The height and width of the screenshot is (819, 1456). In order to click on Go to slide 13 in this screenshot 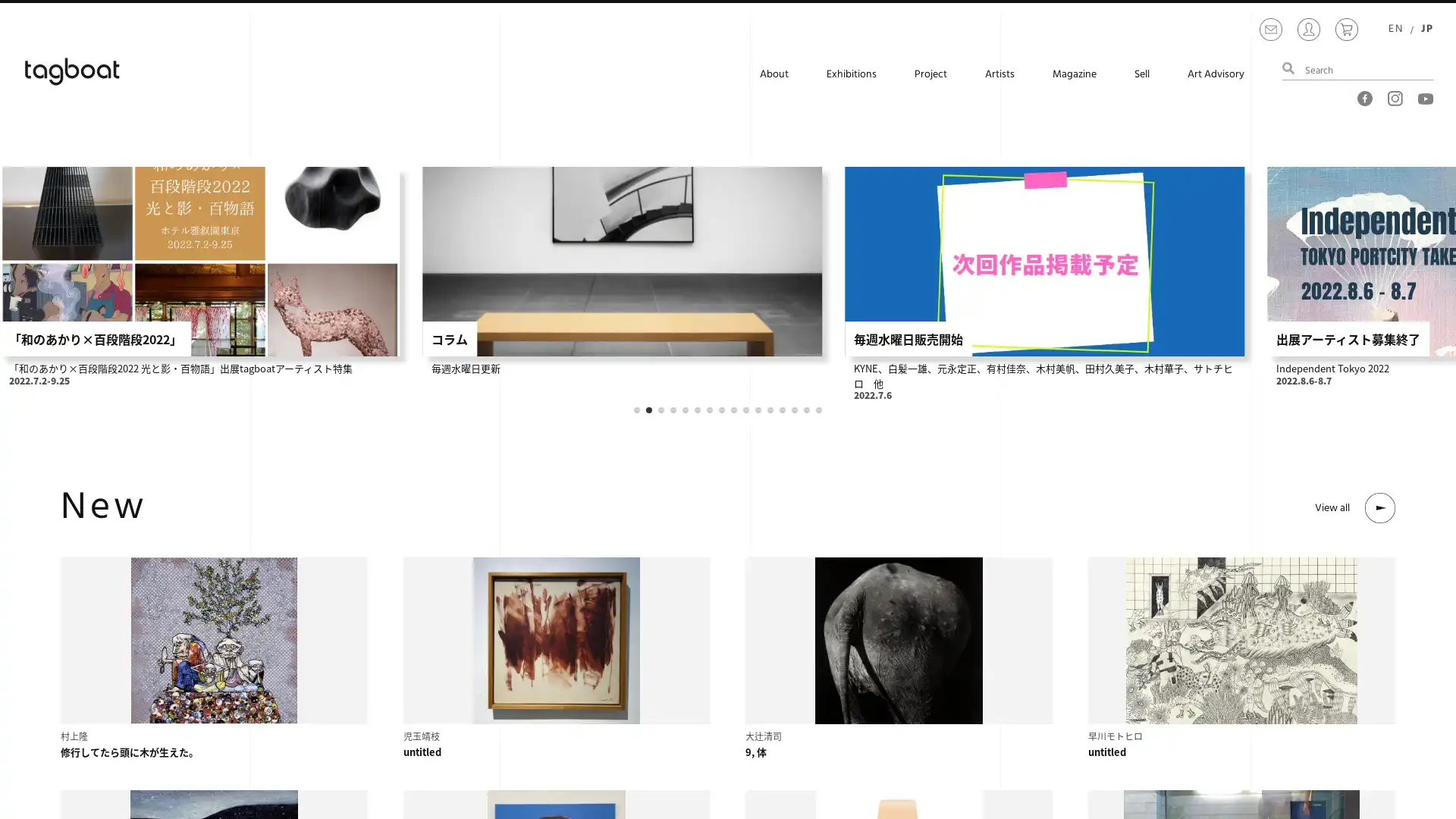, I will do `click(783, 409)`.